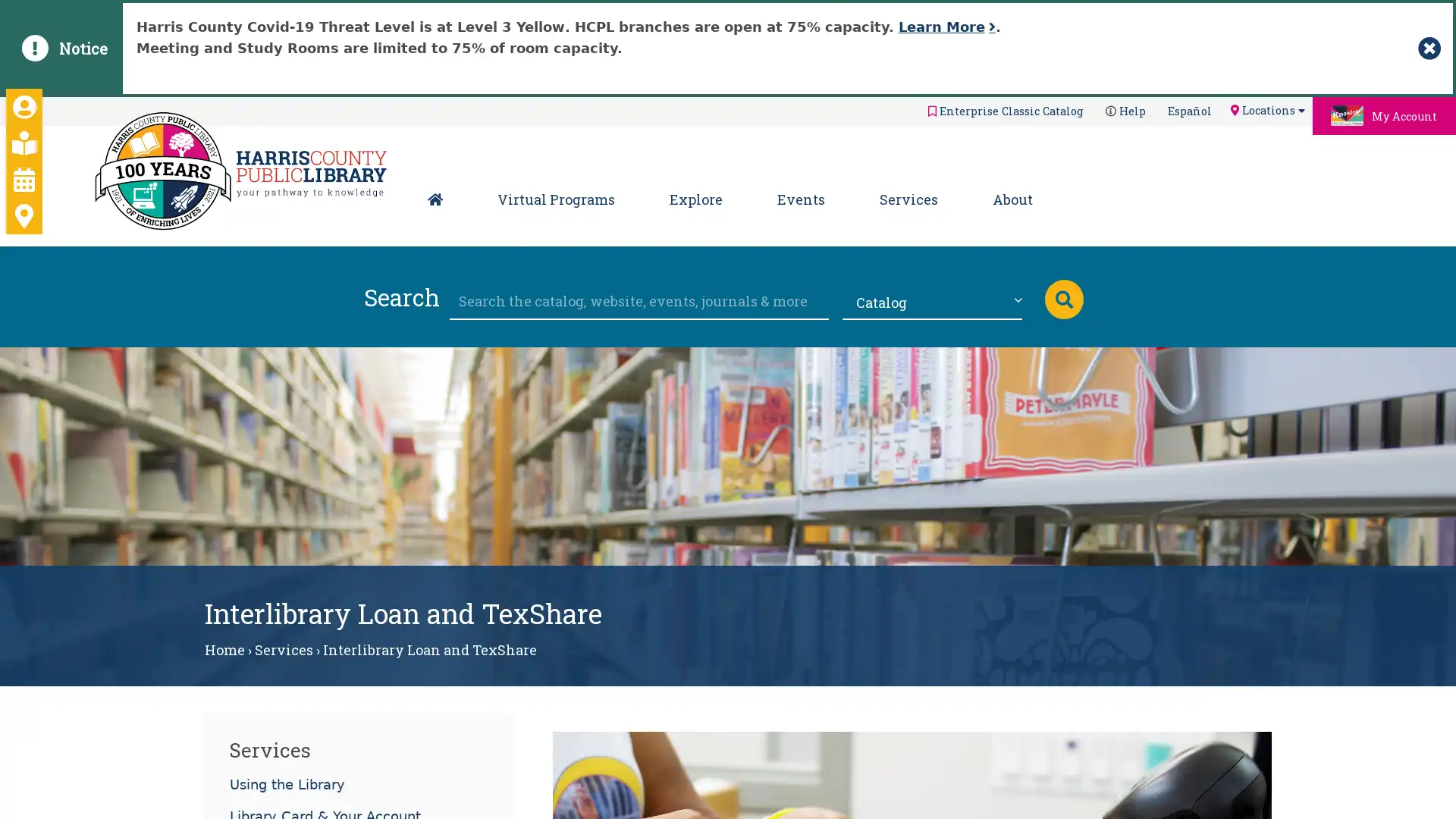  Describe the element at coordinates (1062, 298) in the screenshot. I see `Search` at that location.